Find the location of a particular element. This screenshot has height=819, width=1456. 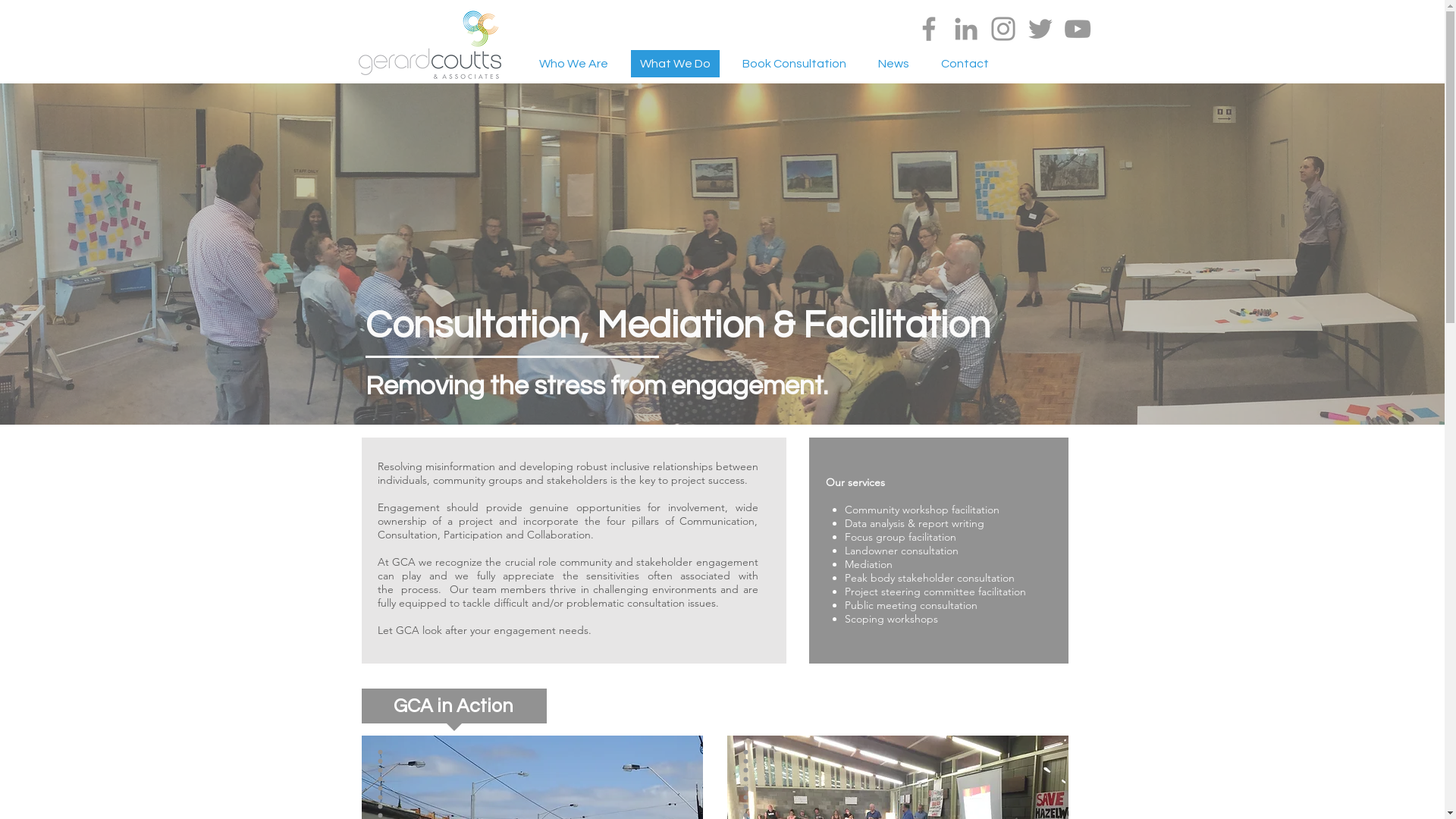

'News' is located at coordinates (893, 63).